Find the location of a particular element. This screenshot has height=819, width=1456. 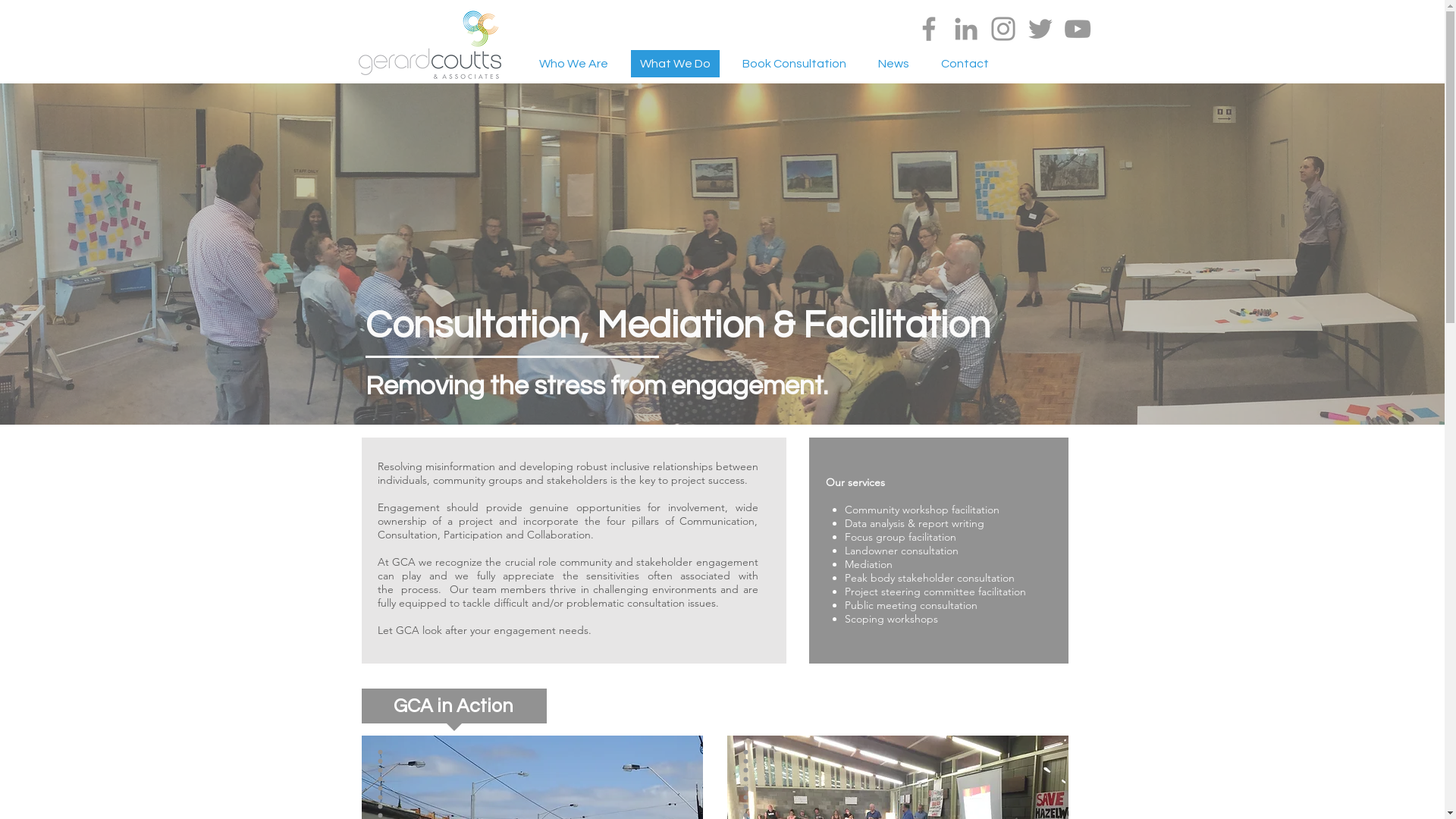

'News' is located at coordinates (893, 63).